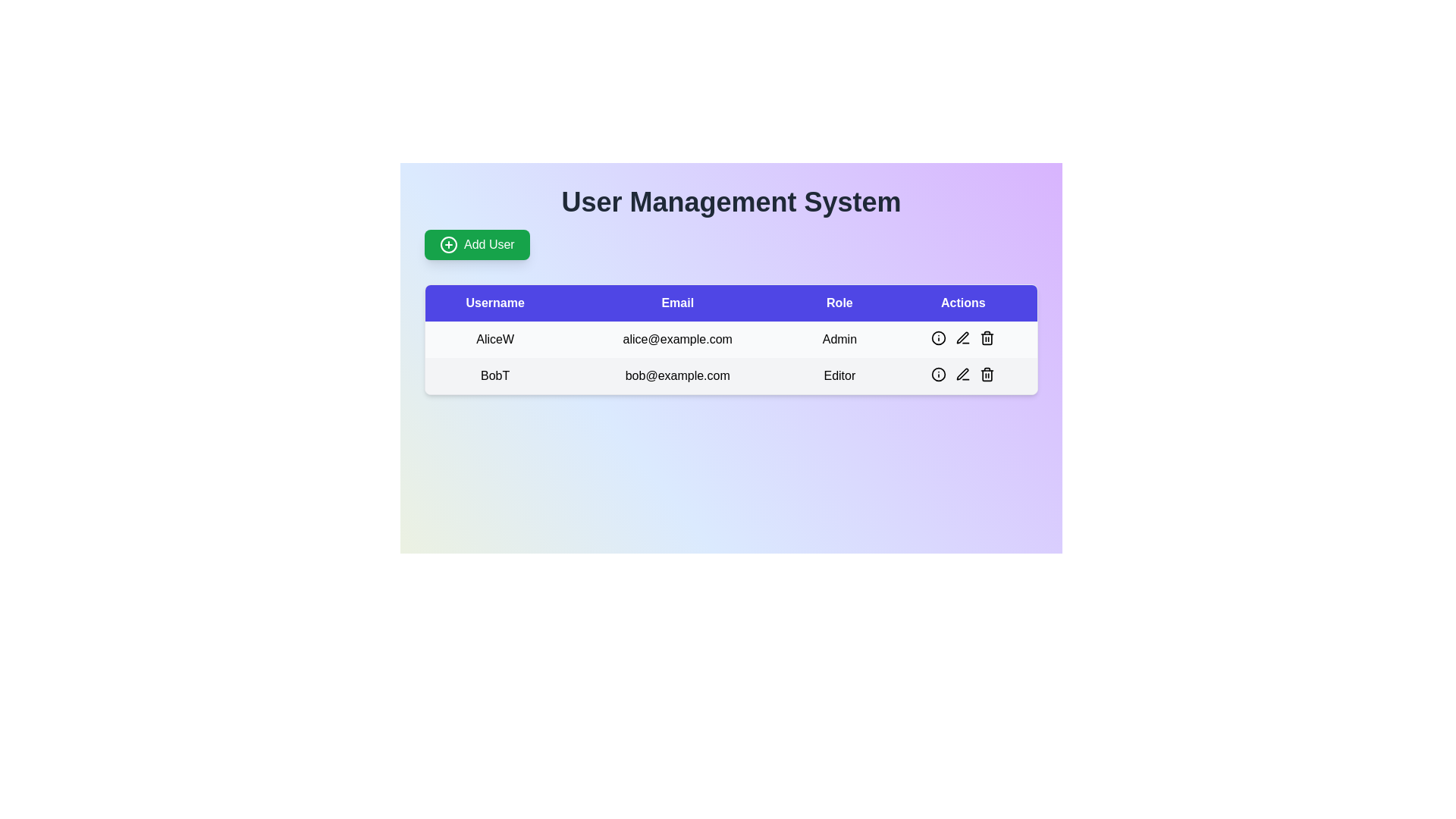 This screenshot has width=1456, height=819. What do you see at coordinates (495, 375) in the screenshot?
I see `the static text label displaying 'BobT', which is the first cell of the second row under the 'Username' column in the table` at bounding box center [495, 375].